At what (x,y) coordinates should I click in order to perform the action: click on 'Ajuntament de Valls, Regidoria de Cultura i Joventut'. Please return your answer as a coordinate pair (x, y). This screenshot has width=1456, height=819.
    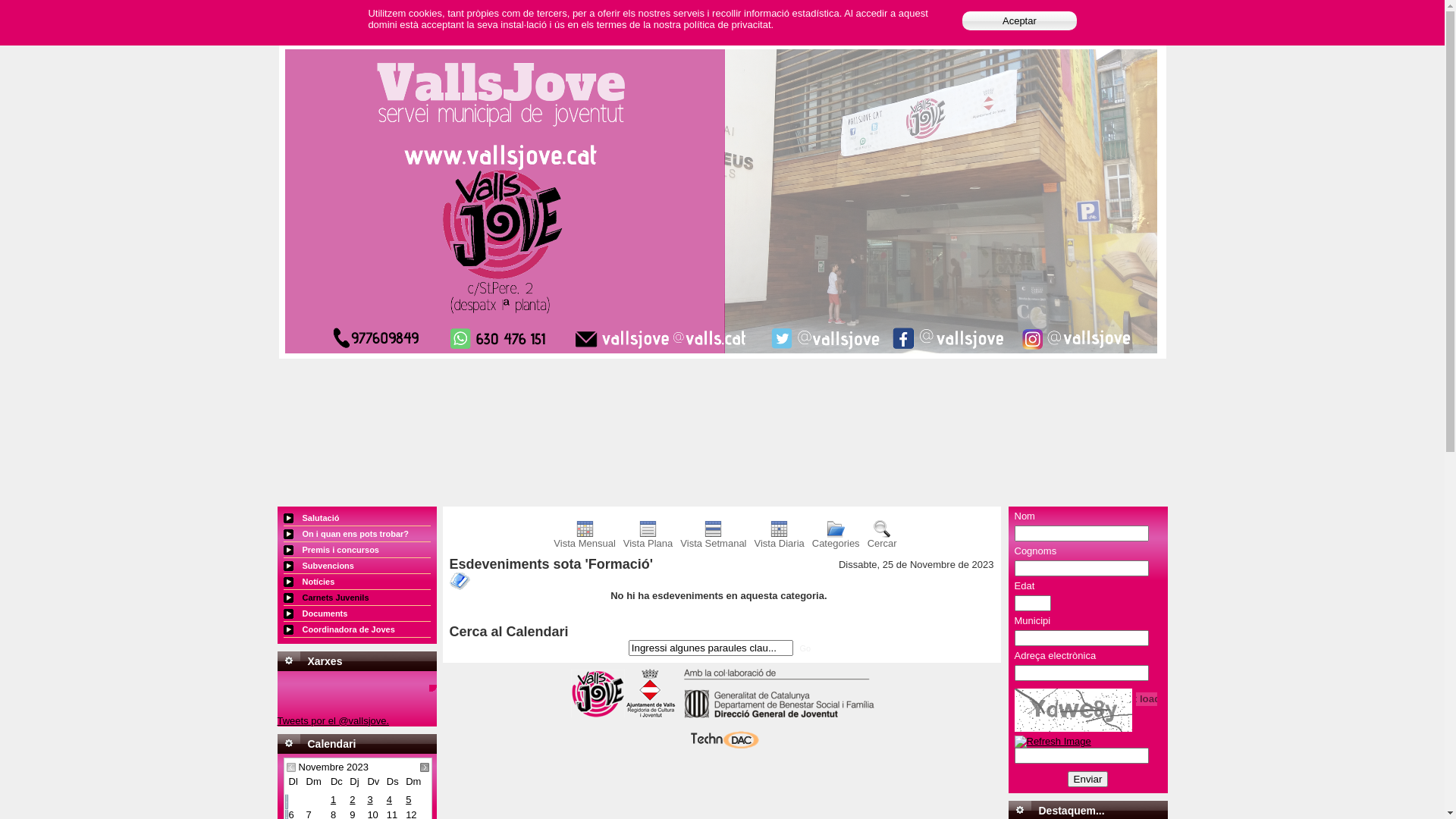
    Looking at the image, I should click on (651, 714).